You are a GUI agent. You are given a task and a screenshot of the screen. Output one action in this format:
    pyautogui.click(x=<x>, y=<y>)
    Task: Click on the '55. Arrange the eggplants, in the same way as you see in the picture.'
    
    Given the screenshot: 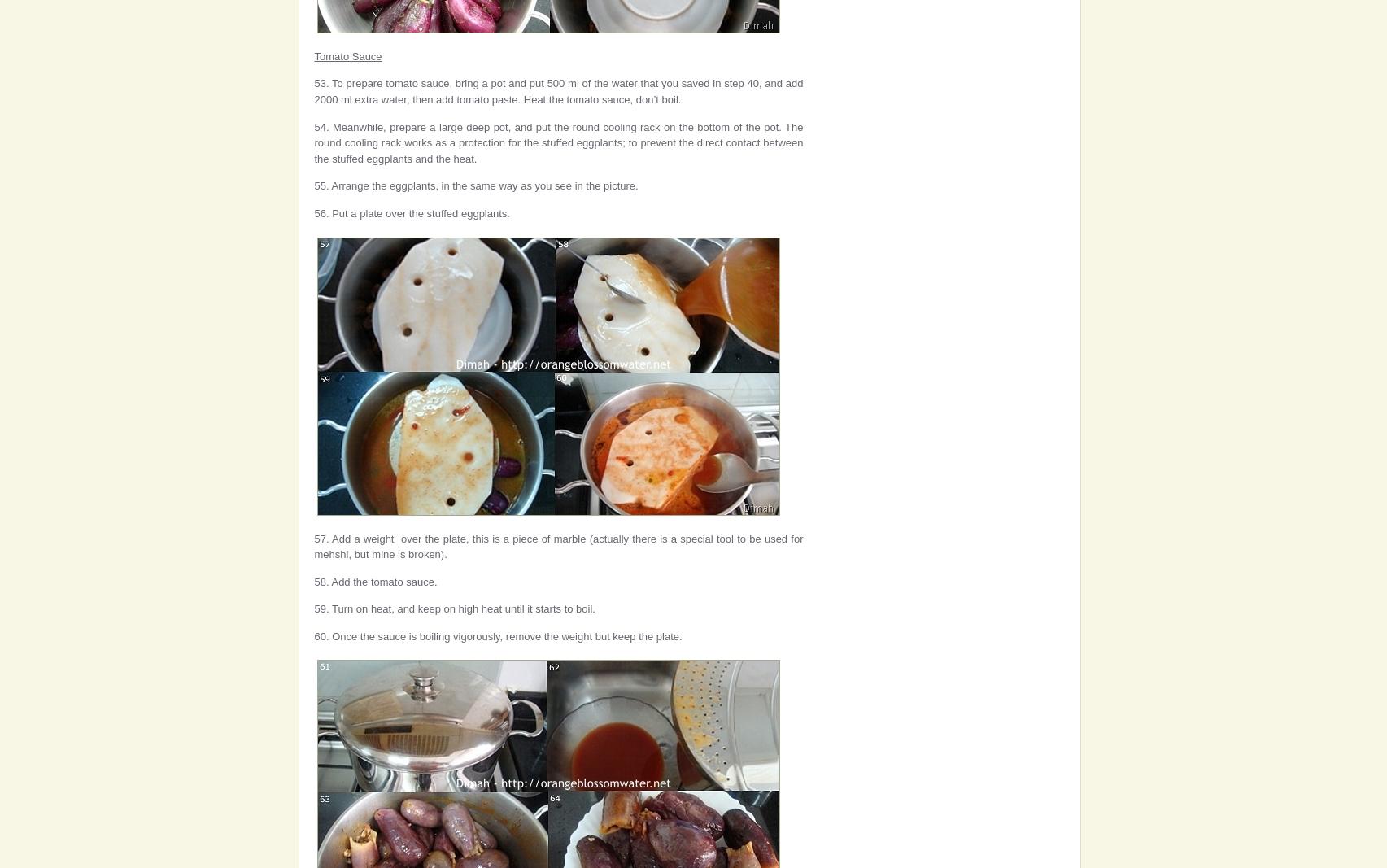 What is the action you would take?
    pyautogui.click(x=313, y=185)
    